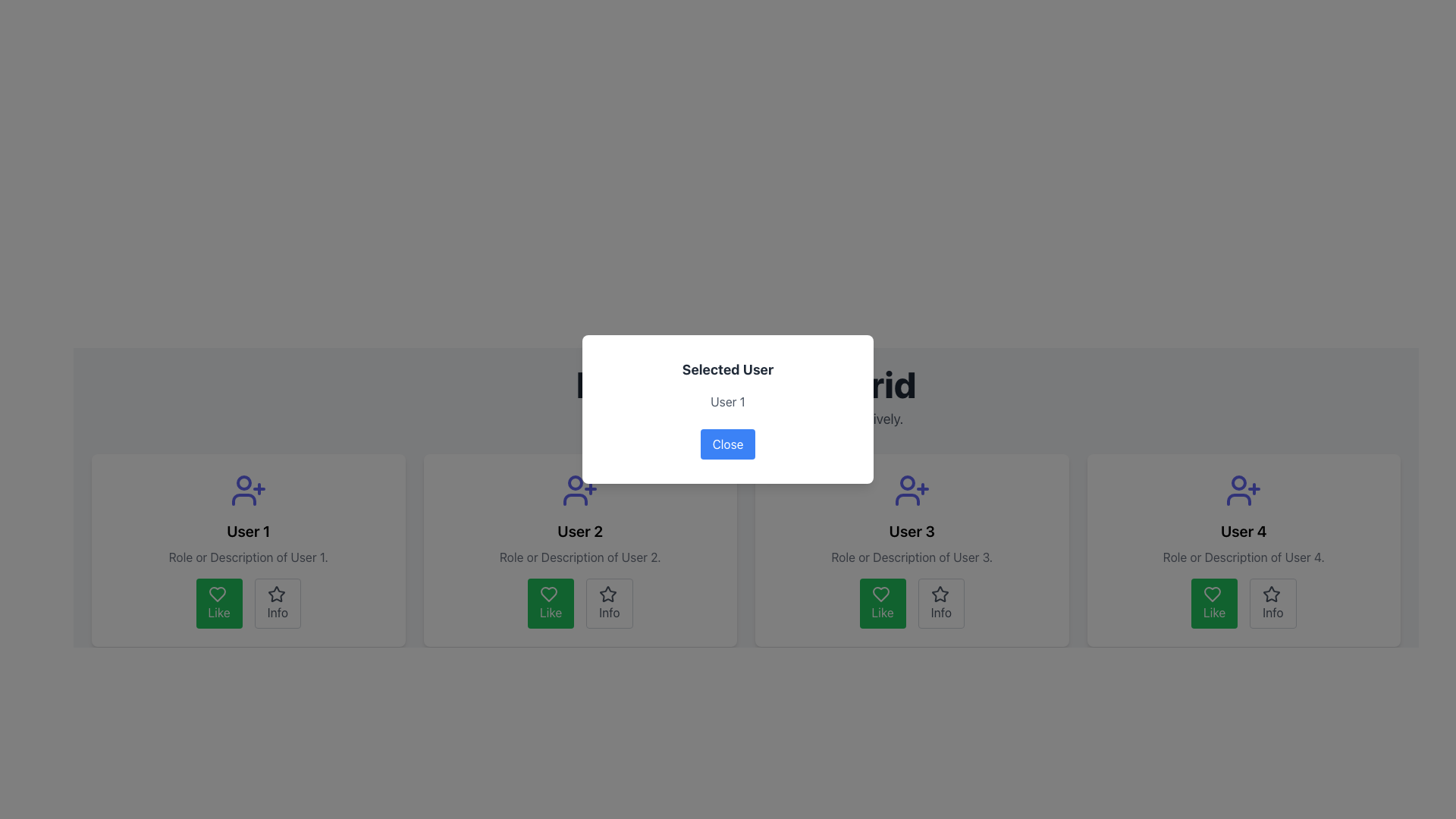 The width and height of the screenshot is (1456, 819). What do you see at coordinates (1244, 557) in the screenshot?
I see `the non-interactive Text Label providing additional details about 'User 4', which is located under the 'User 4' label and above the 'Like' and 'Info' buttons in the fourth user card` at bounding box center [1244, 557].